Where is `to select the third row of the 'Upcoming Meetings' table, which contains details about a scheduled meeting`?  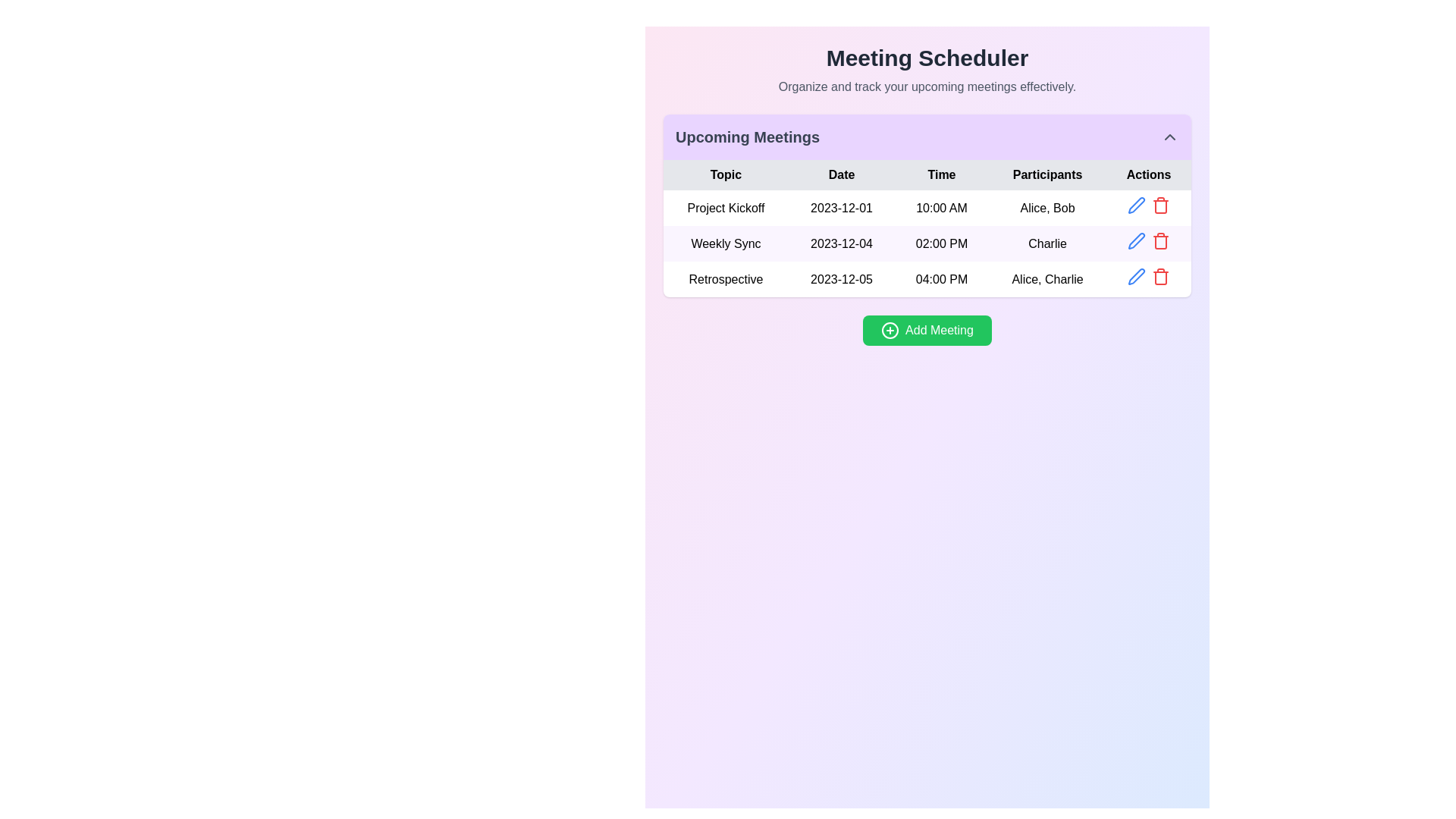 to select the third row of the 'Upcoming Meetings' table, which contains details about a scheduled meeting is located at coordinates (927, 278).